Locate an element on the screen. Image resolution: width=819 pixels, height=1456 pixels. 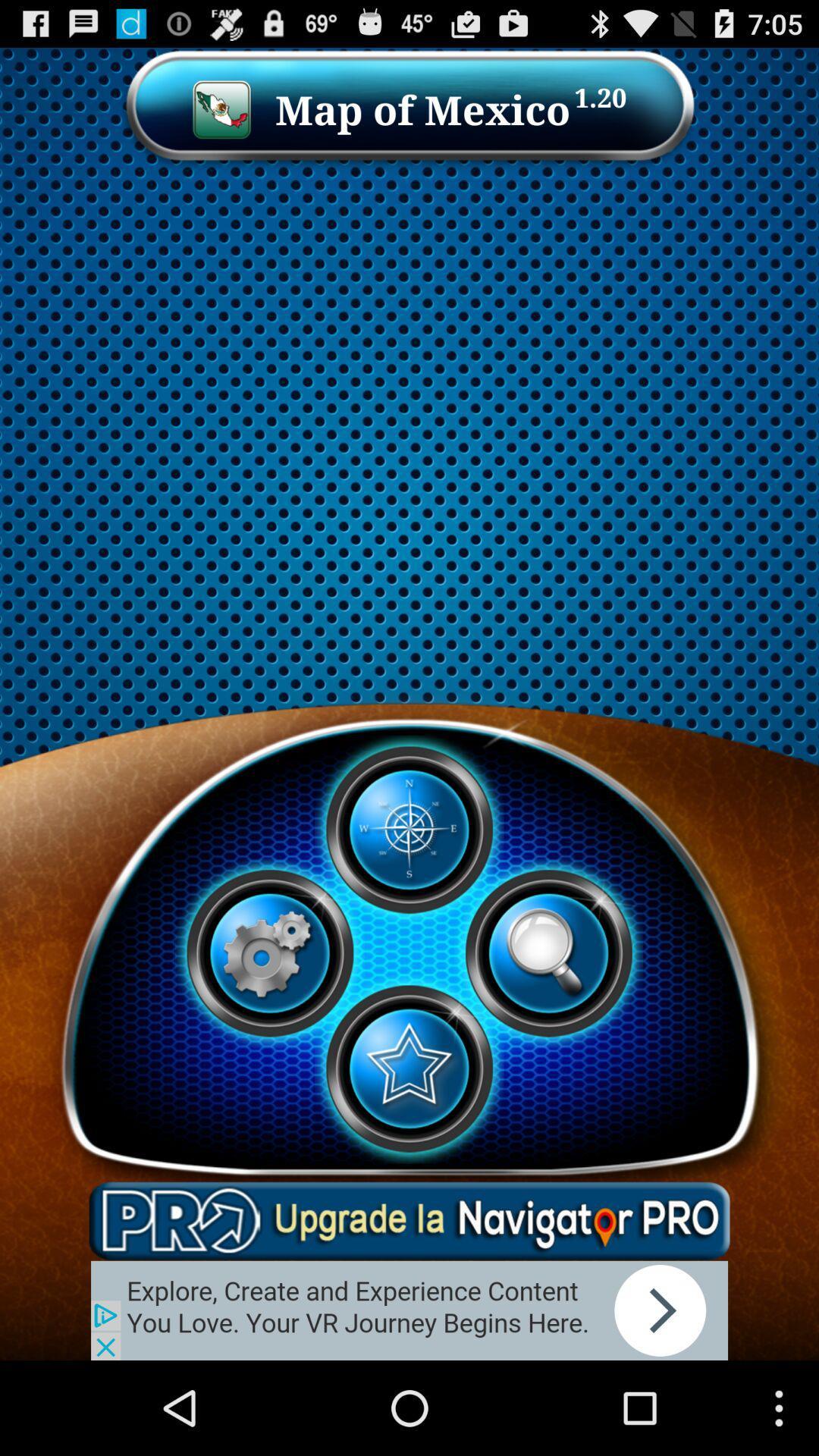
settings is located at coordinates (268, 952).